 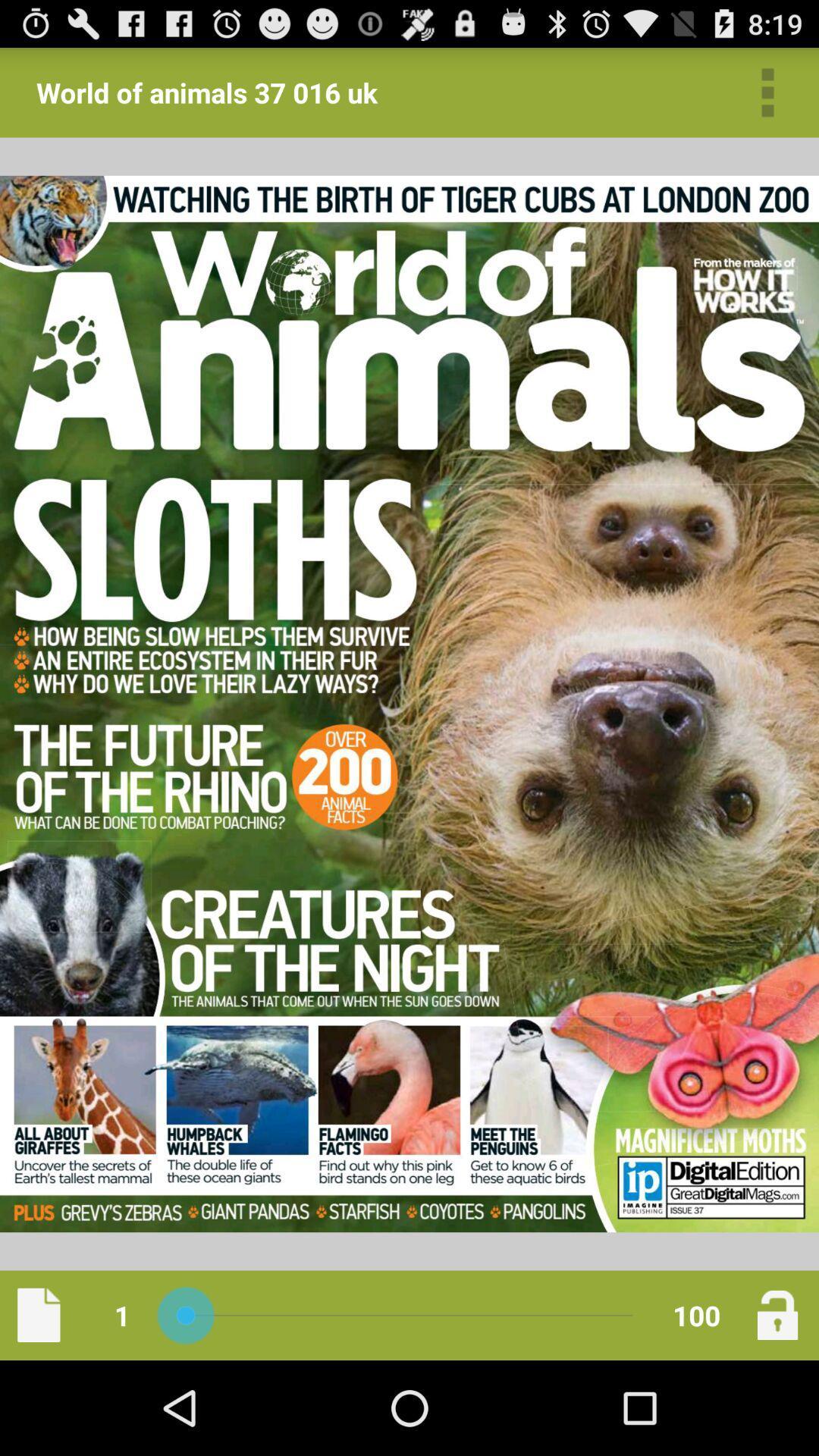 What do you see at coordinates (777, 1407) in the screenshot?
I see `the lock icon` at bounding box center [777, 1407].